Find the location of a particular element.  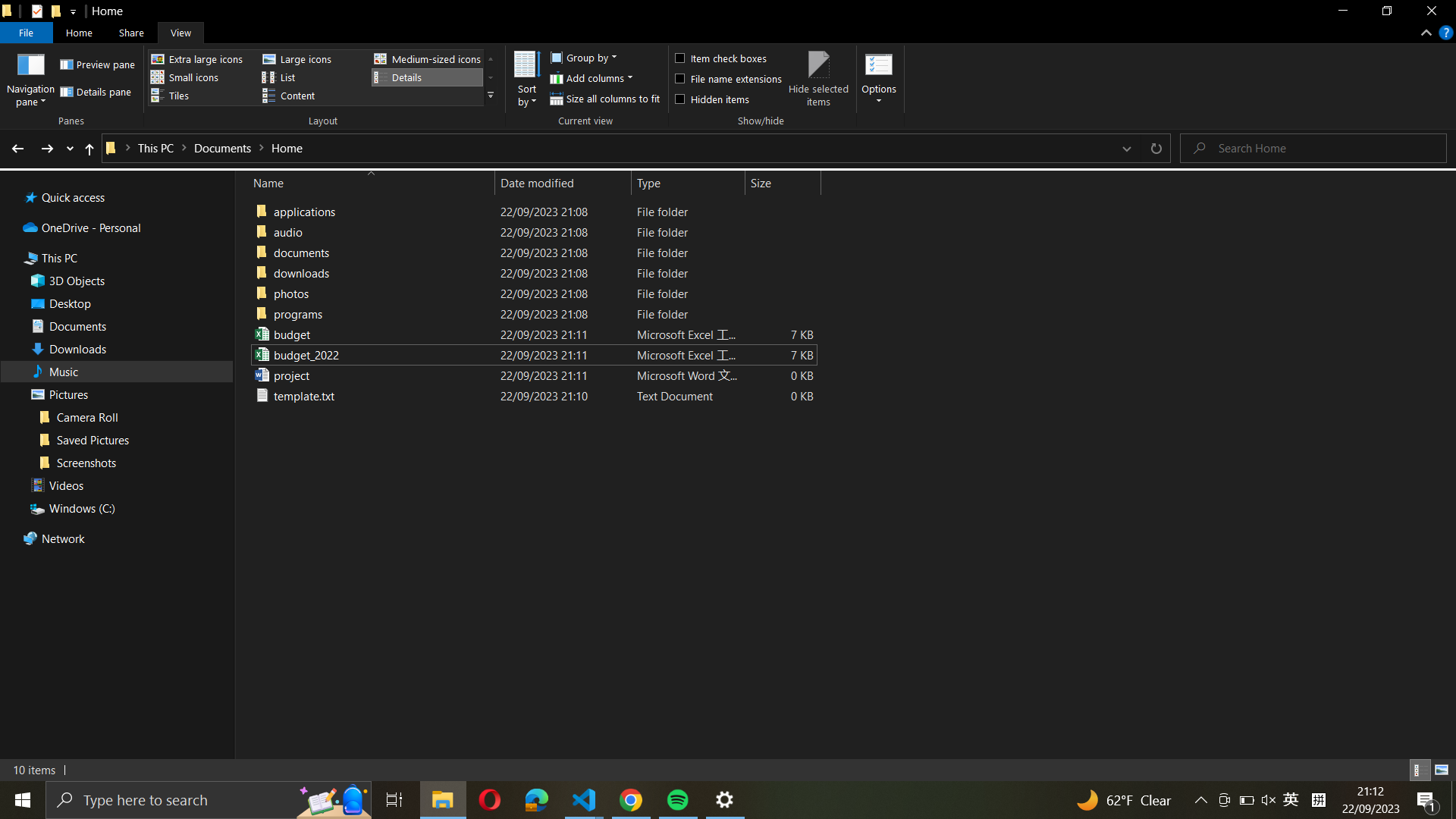

Accomplish the termination of the existing window using the "close_window" command is located at coordinates (1430, 13).